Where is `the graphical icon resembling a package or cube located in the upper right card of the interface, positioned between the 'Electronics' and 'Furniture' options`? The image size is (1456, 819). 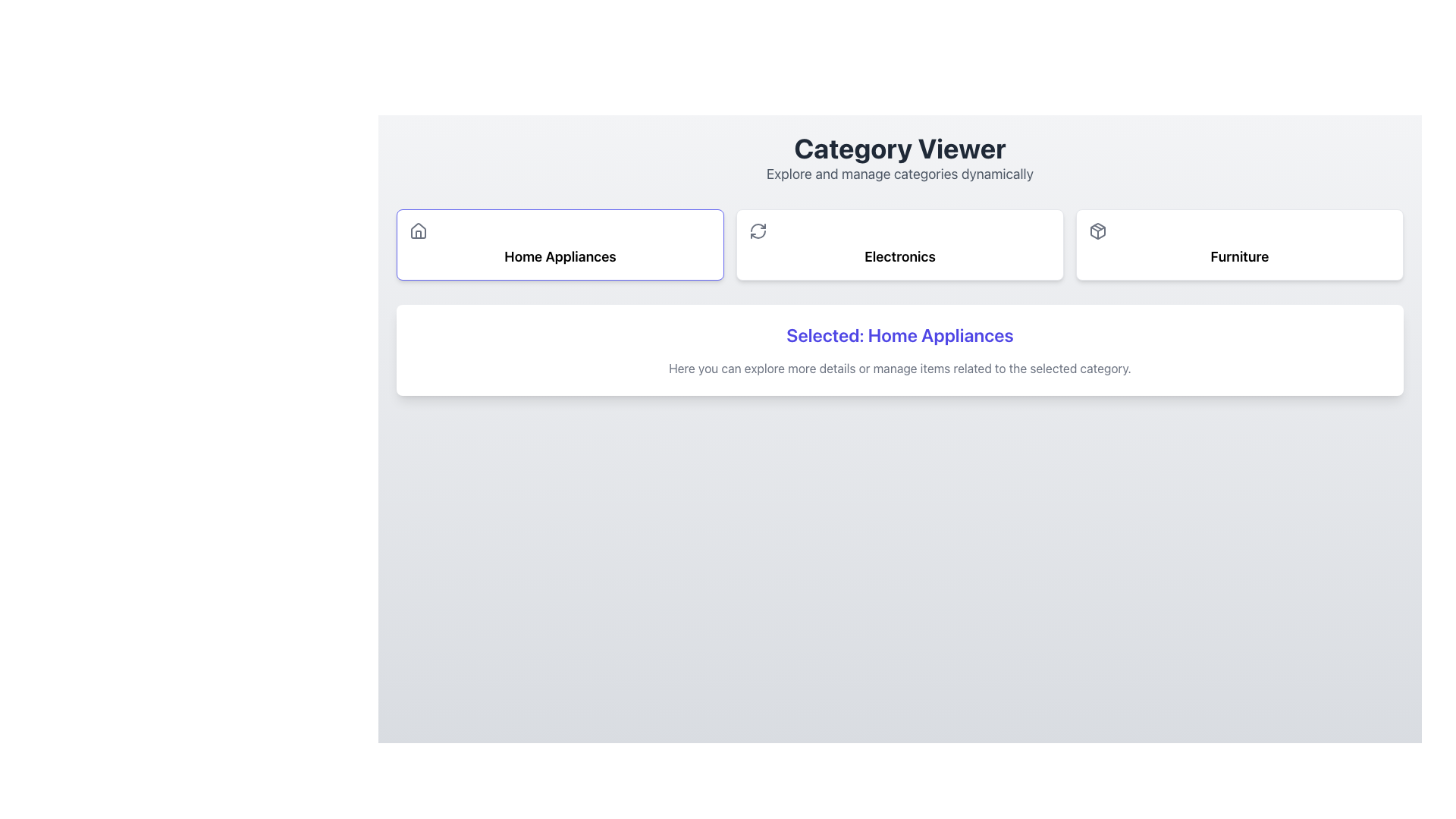
the graphical icon resembling a package or cube located in the upper right card of the interface, positioned between the 'Electronics' and 'Furniture' options is located at coordinates (1098, 231).